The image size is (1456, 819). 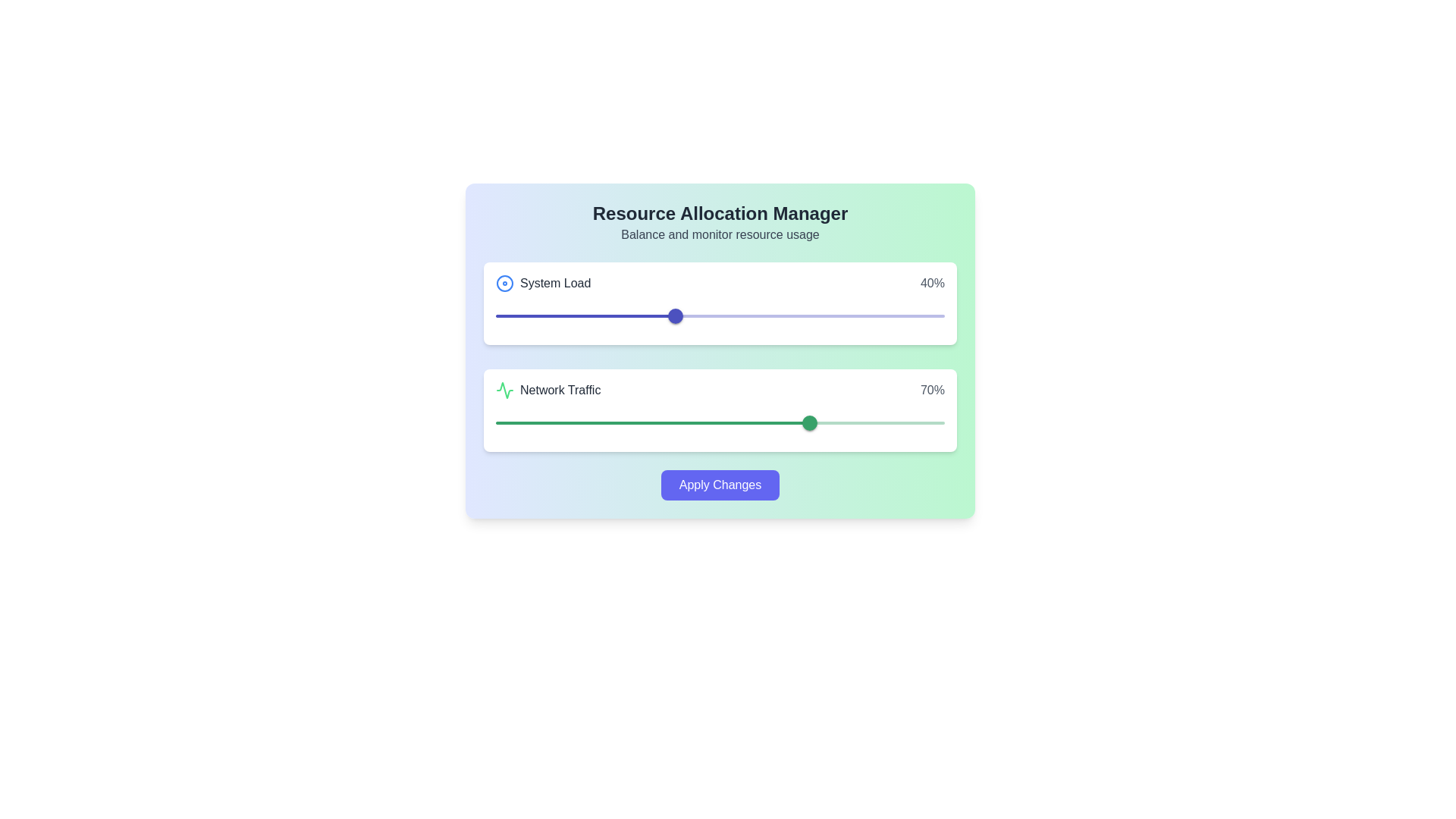 I want to click on the slider value, so click(x=809, y=423).